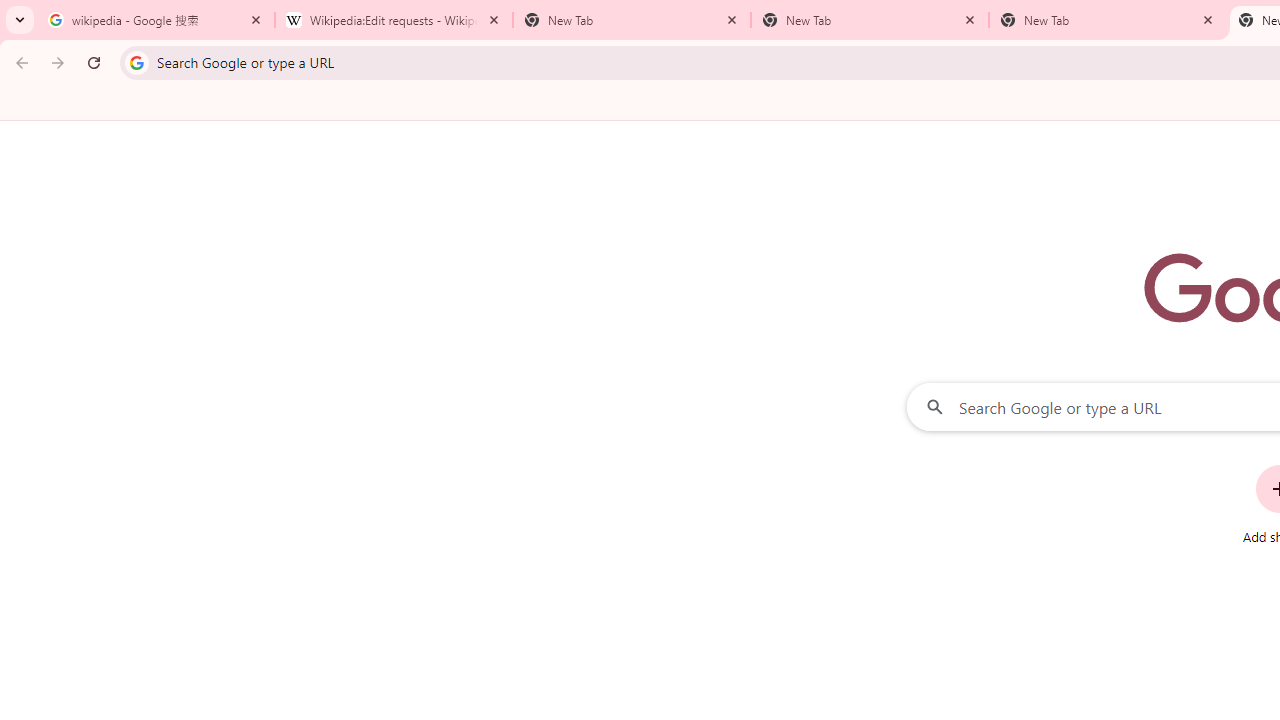 This screenshot has width=1280, height=720. I want to click on 'New Tab', so click(1107, 20).